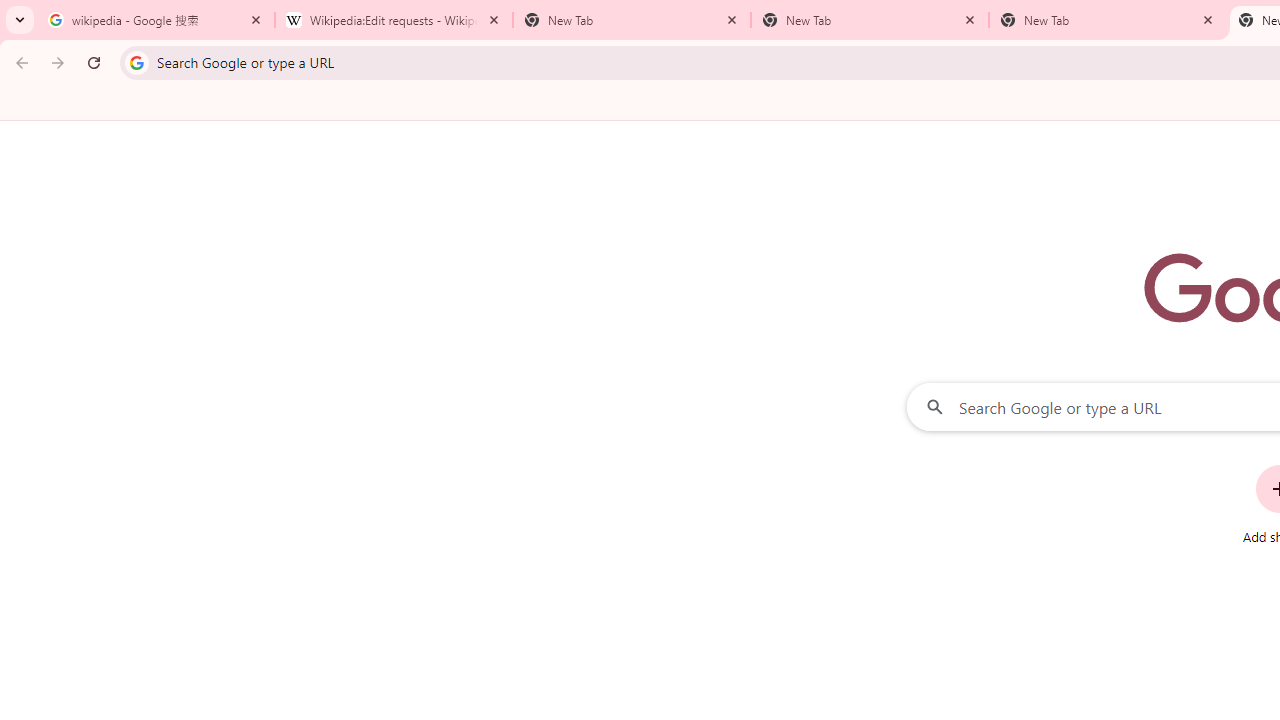 This screenshot has width=1280, height=720. I want to click on 'New Tab', so click(1107, 20).